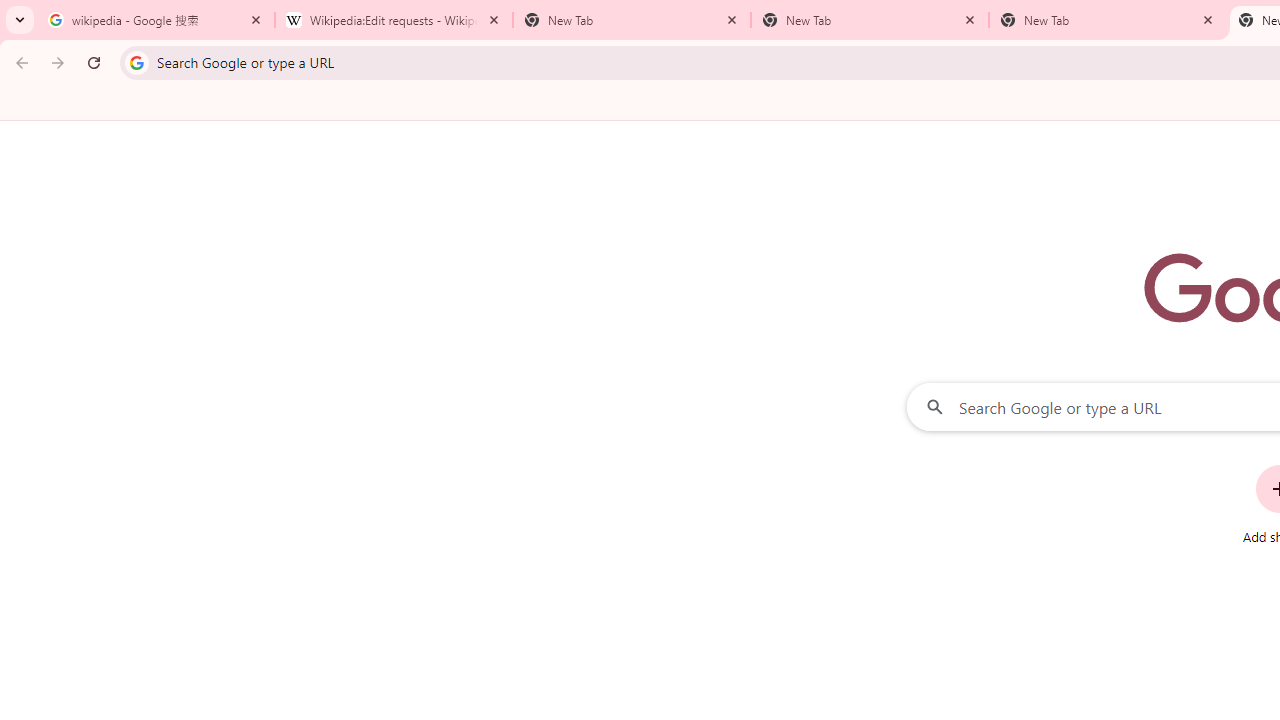 This screenshot has width=1280, height=720. I want to click on 'New Tab', so click(1107, 20).